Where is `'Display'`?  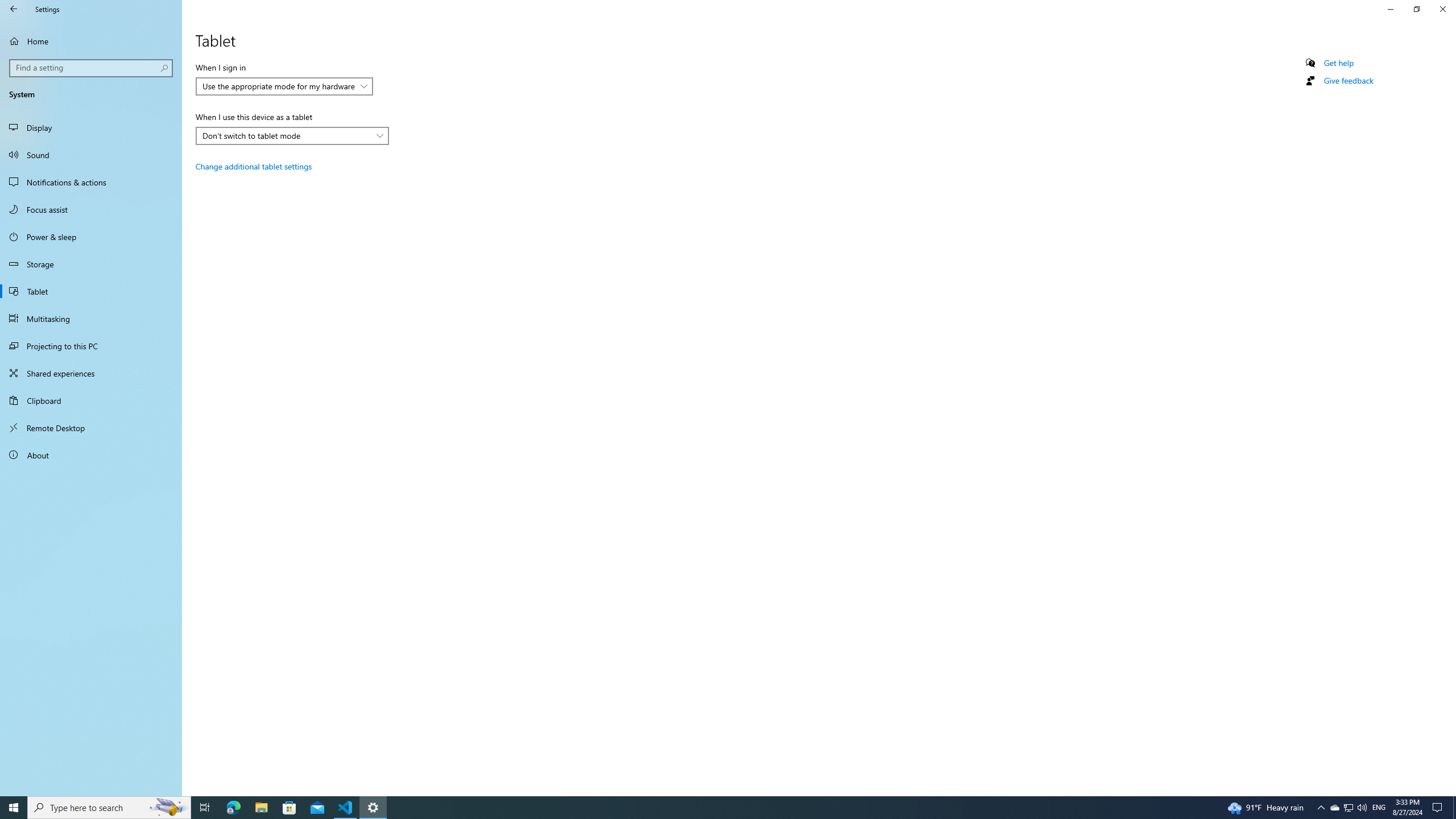
'Display' is located at coordinates (90, 126).